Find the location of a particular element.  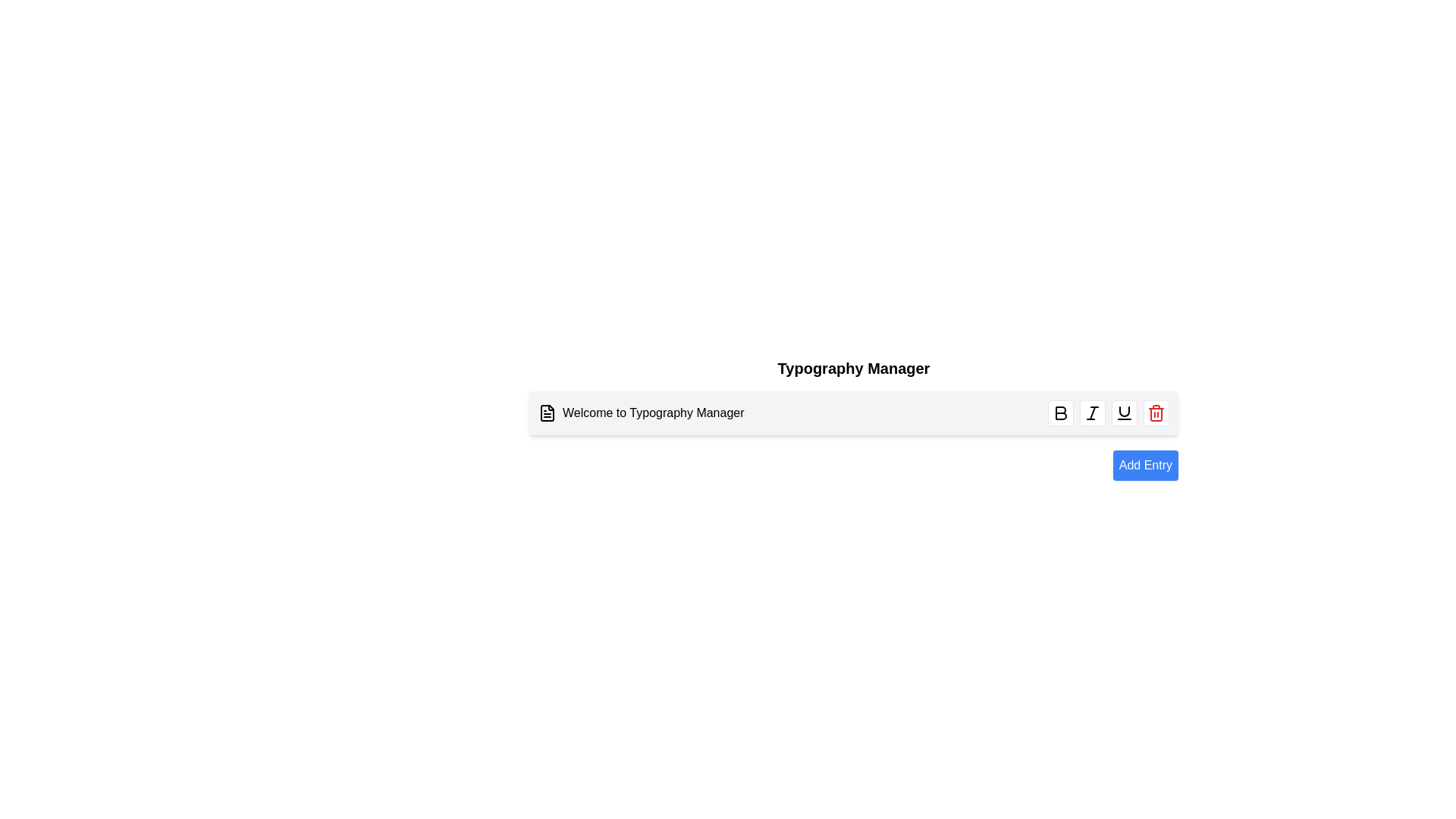

the square button with rounded edges and an underlined 'U' icon is located at coordinates (1125, 413).